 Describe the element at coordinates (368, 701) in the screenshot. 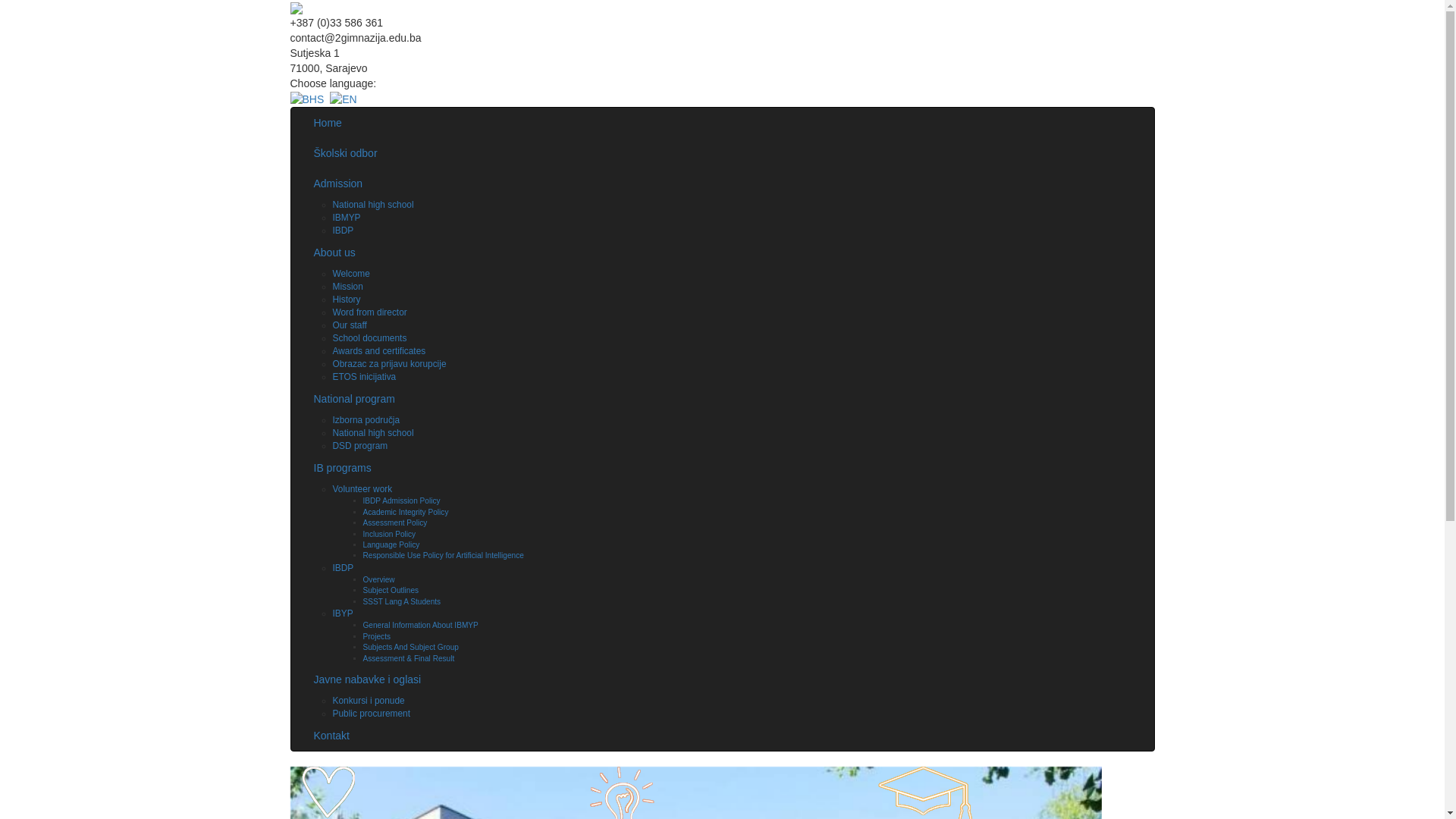

I see `'Konkursi i ponude'` at that location.